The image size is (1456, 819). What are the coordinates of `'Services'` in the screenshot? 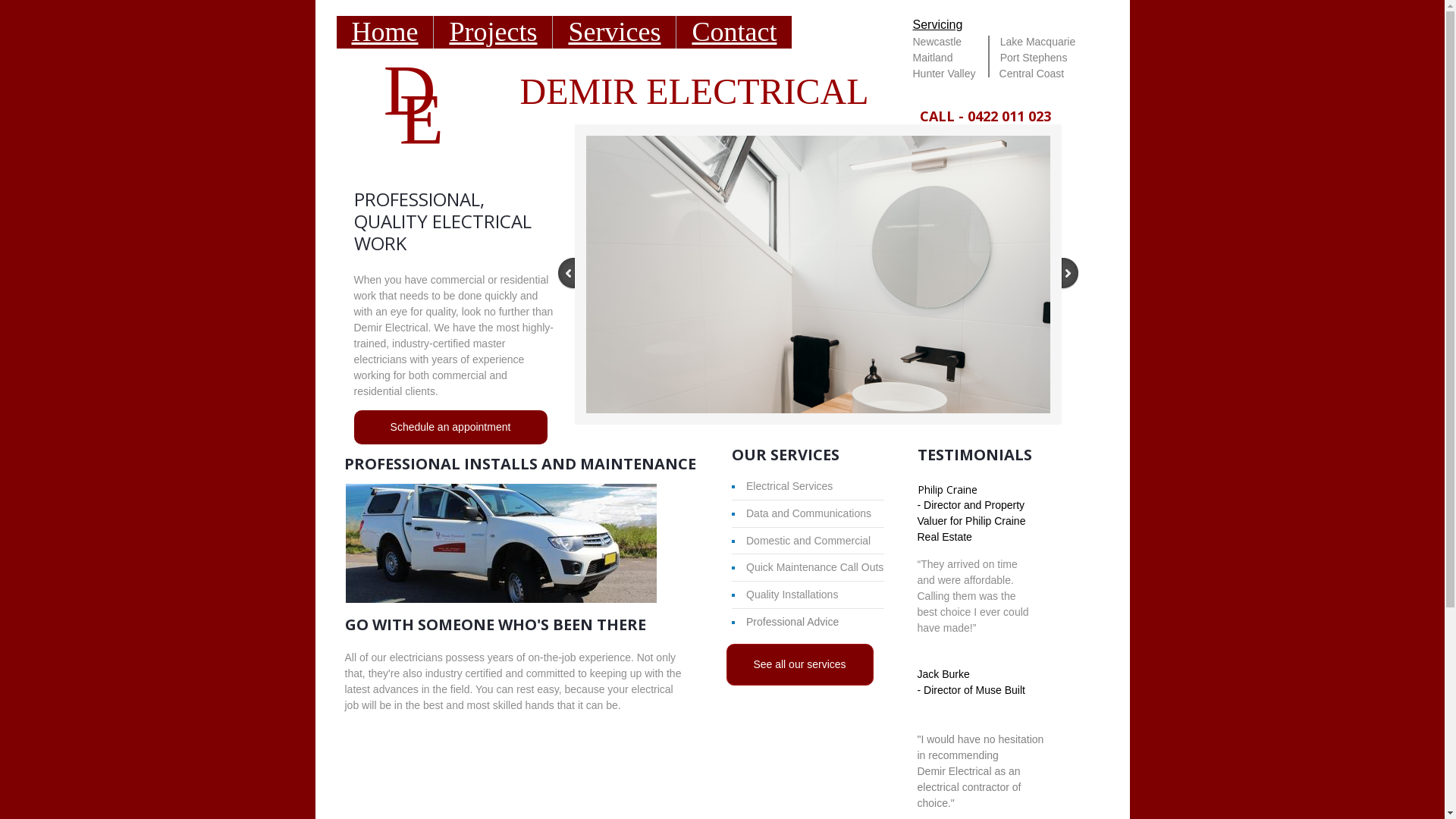 It's located at (614, 32).